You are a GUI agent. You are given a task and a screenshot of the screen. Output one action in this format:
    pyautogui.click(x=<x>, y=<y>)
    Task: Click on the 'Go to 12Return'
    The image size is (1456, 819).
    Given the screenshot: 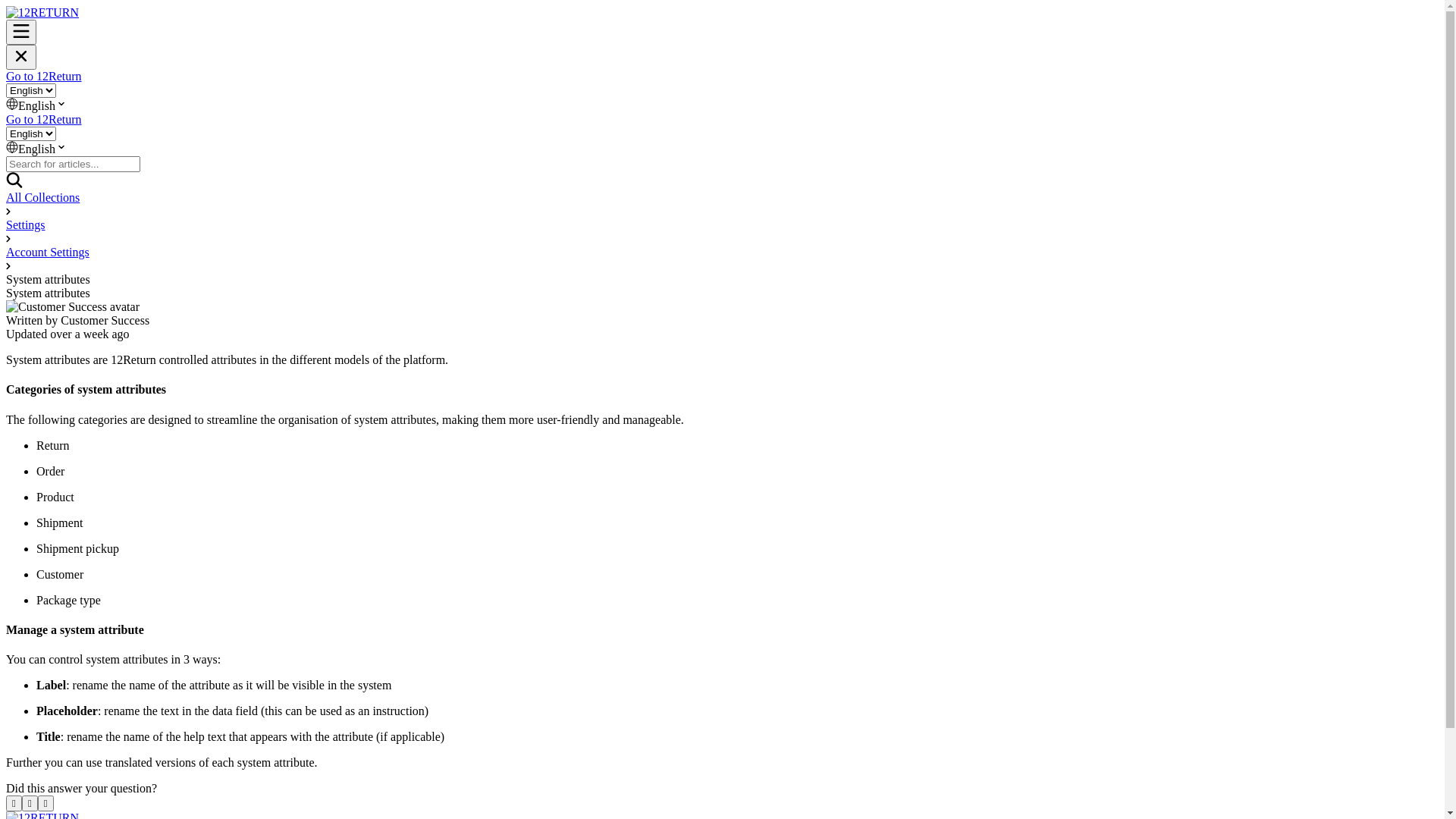 What is the action you would take?
    pyautogui.click(x=6, y=76)
    